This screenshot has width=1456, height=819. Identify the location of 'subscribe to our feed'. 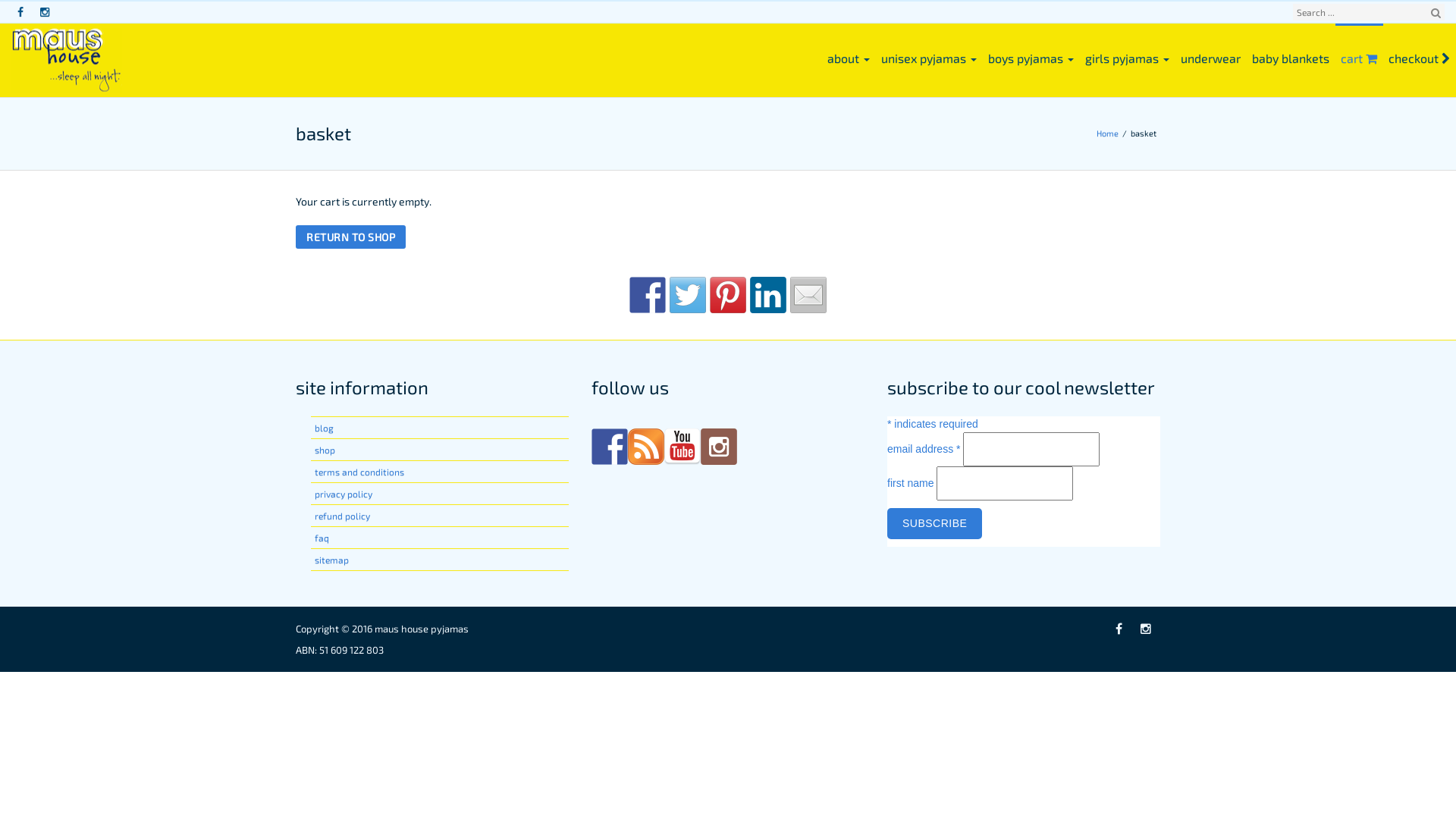
(645, 446).